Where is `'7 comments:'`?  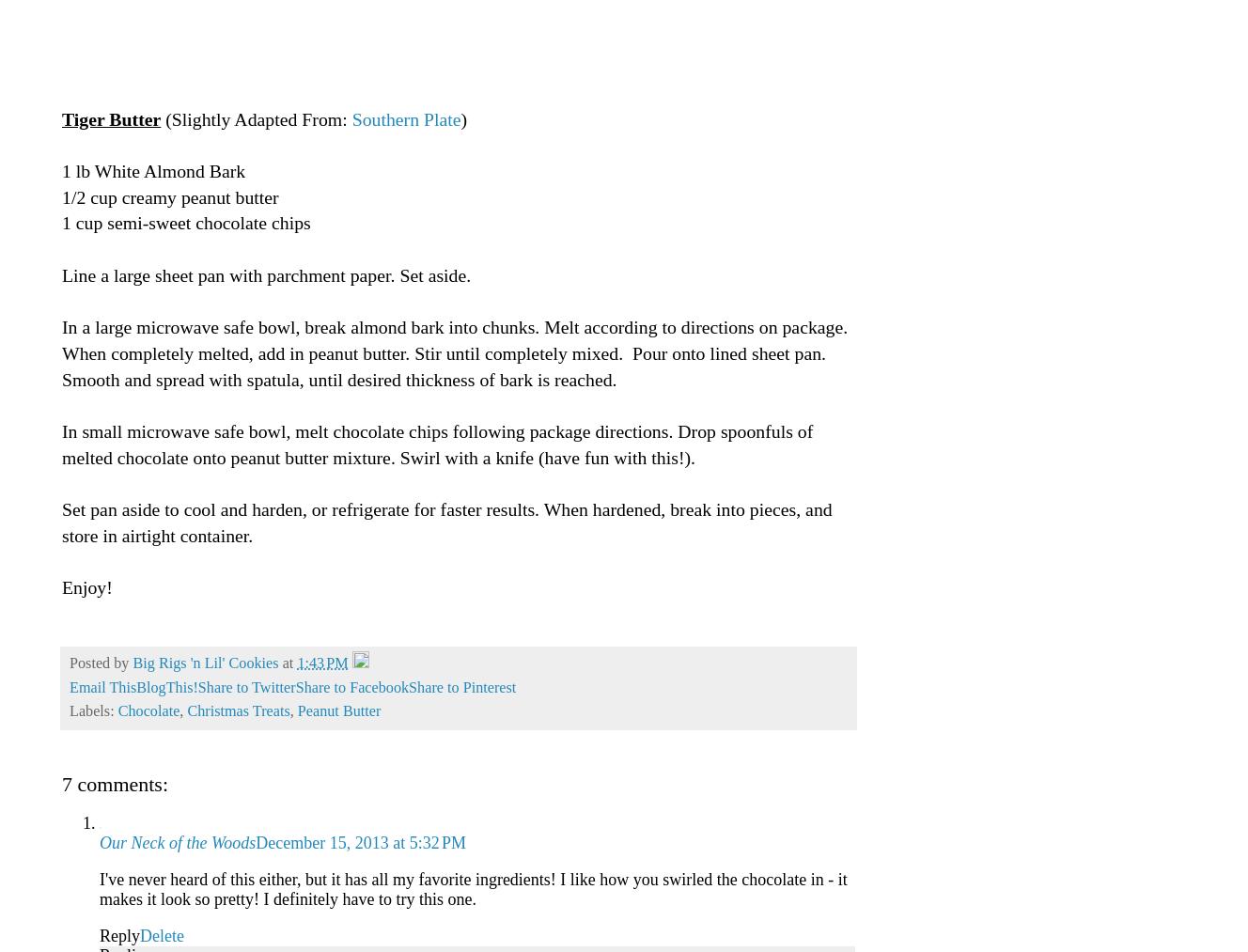
'7 comments:' is located at coordinates (114, 783).